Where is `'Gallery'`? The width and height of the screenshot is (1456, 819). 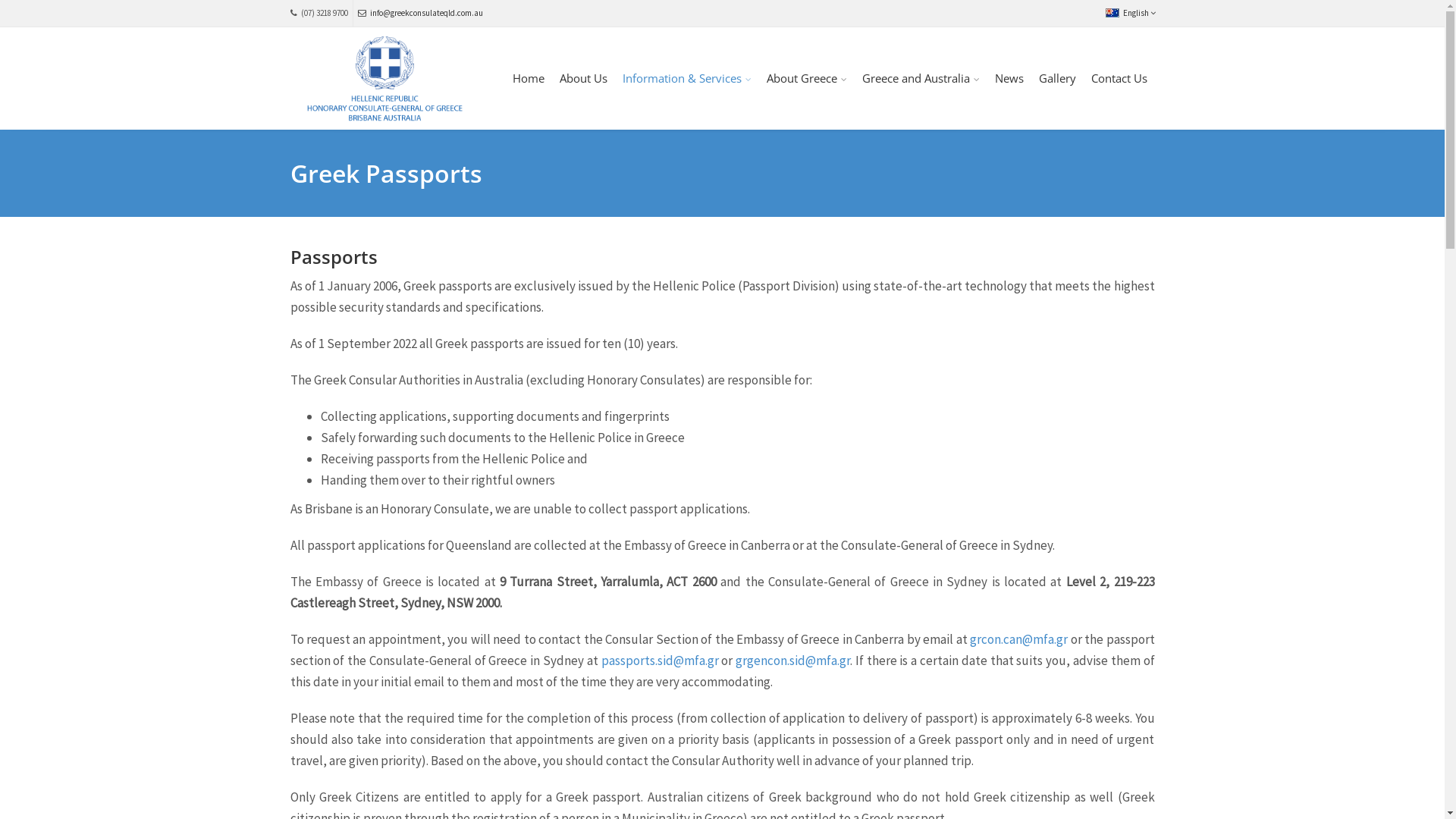
'Gallery' is located at coordinates (1056, 78).